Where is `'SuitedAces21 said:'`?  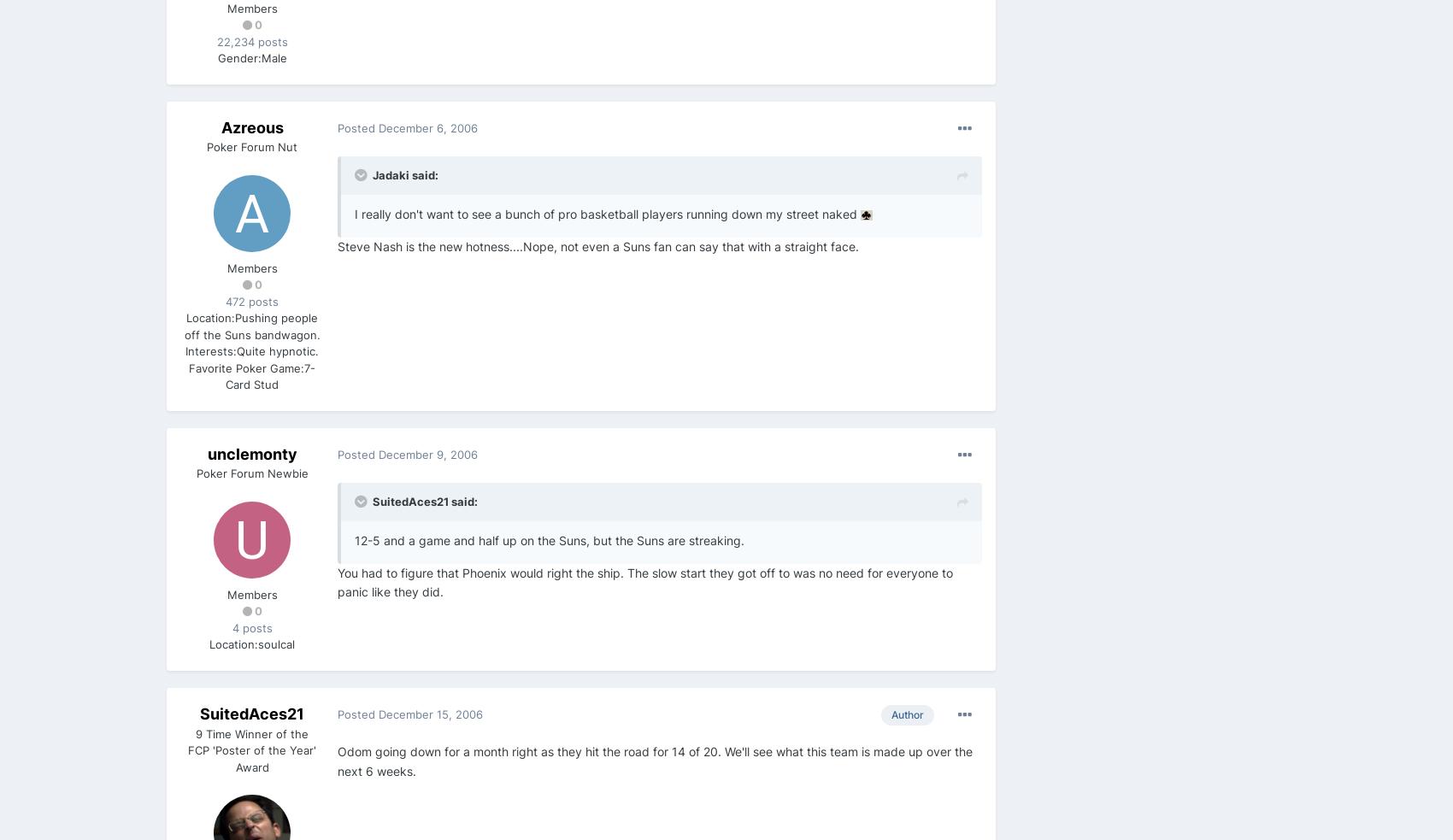
'SuitedAces21 said:' is located at coordinates (425, 500).